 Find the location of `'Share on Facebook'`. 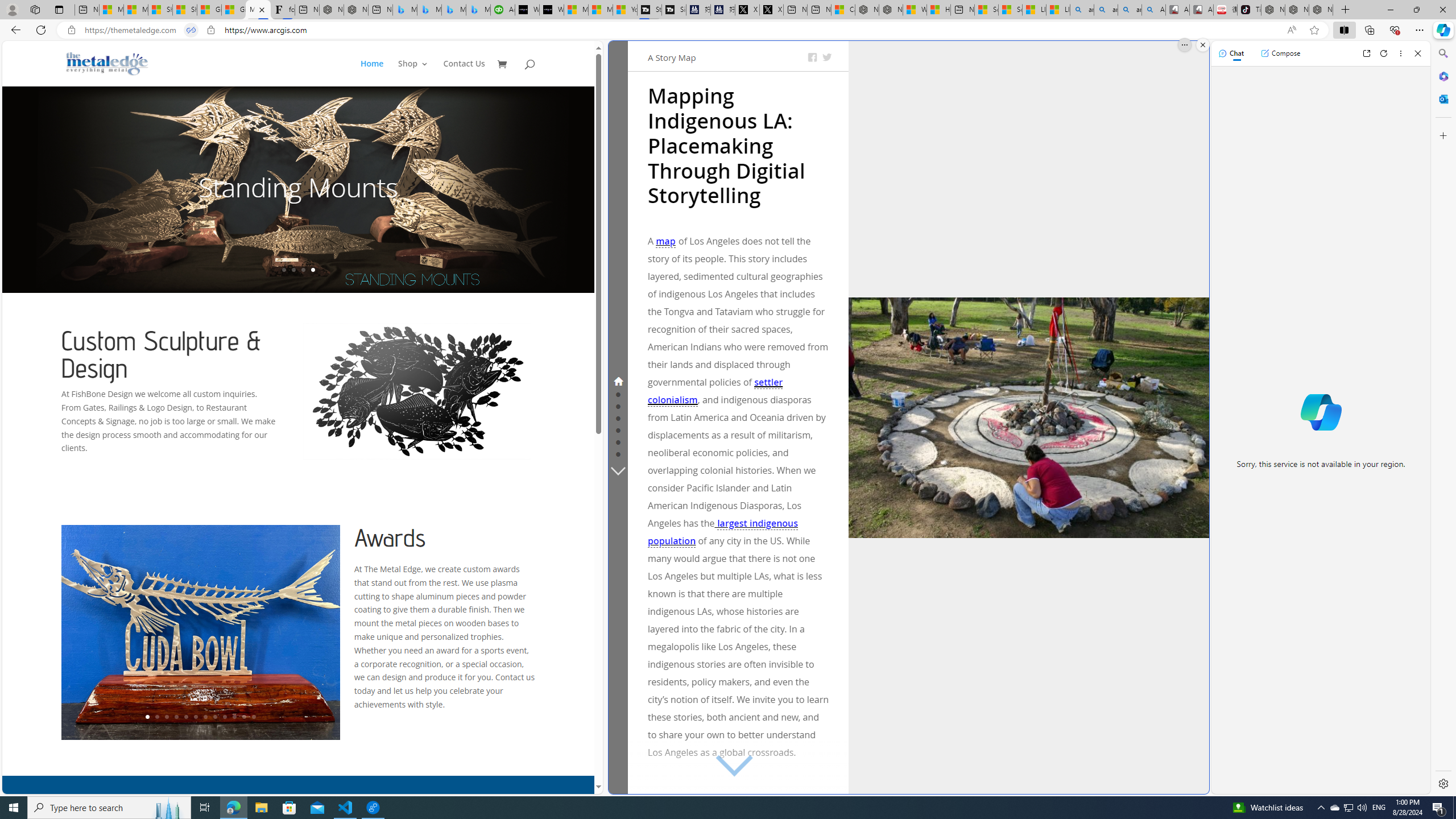

'Share on Facebook' is located at coordinates (812, 57).